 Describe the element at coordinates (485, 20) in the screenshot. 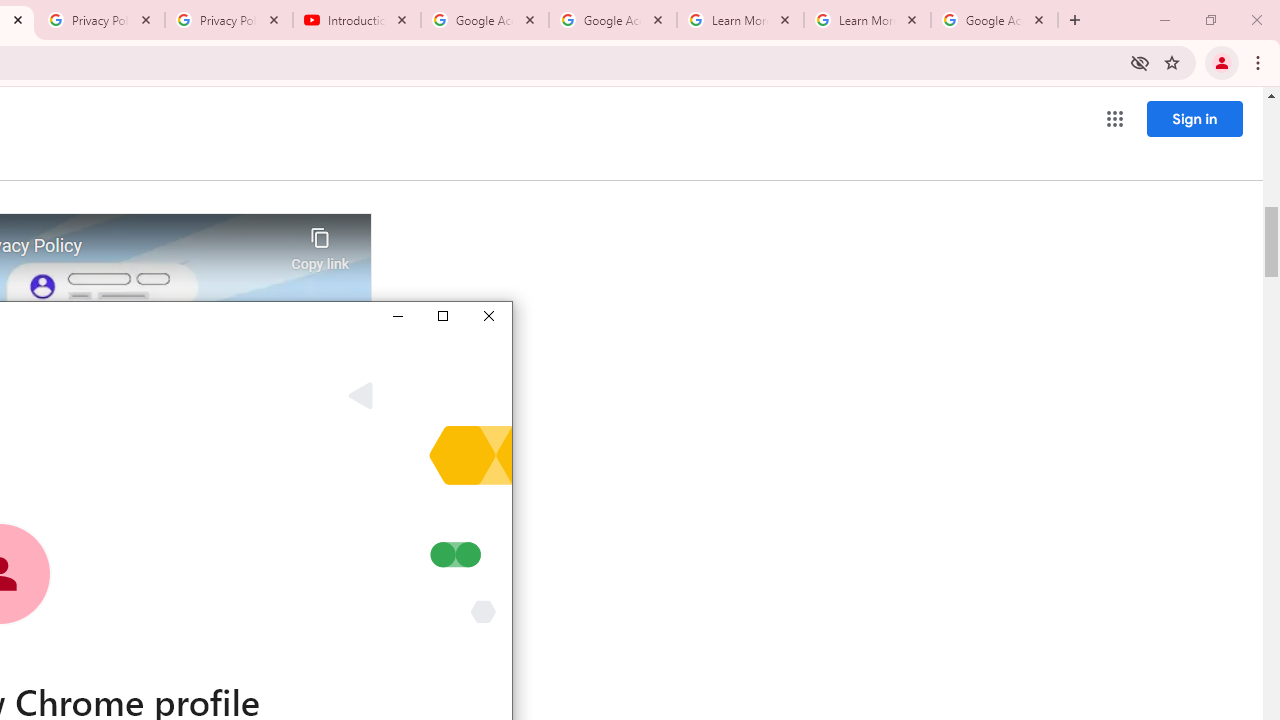

I see `'Google Account Help'` at that location.